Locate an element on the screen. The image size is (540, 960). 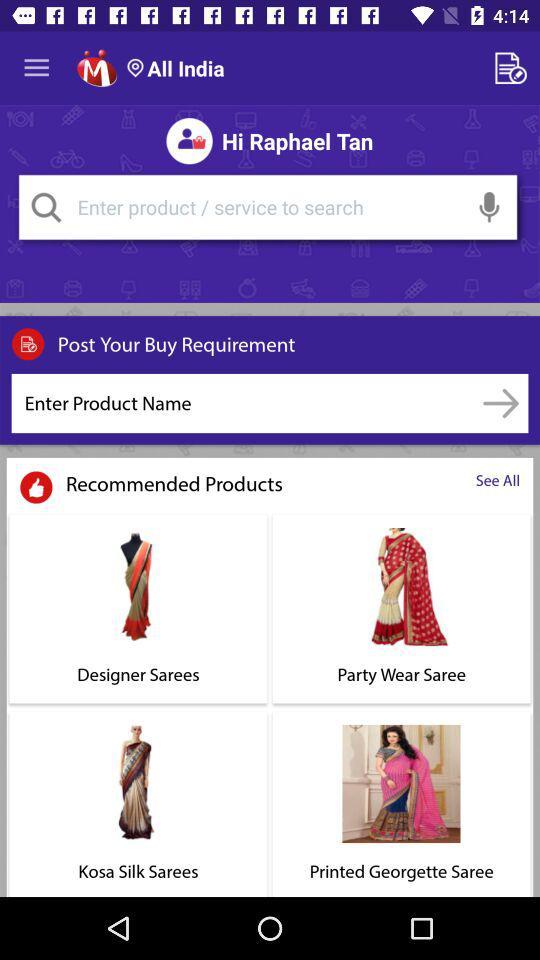
search is located at coordinates (46, 207).